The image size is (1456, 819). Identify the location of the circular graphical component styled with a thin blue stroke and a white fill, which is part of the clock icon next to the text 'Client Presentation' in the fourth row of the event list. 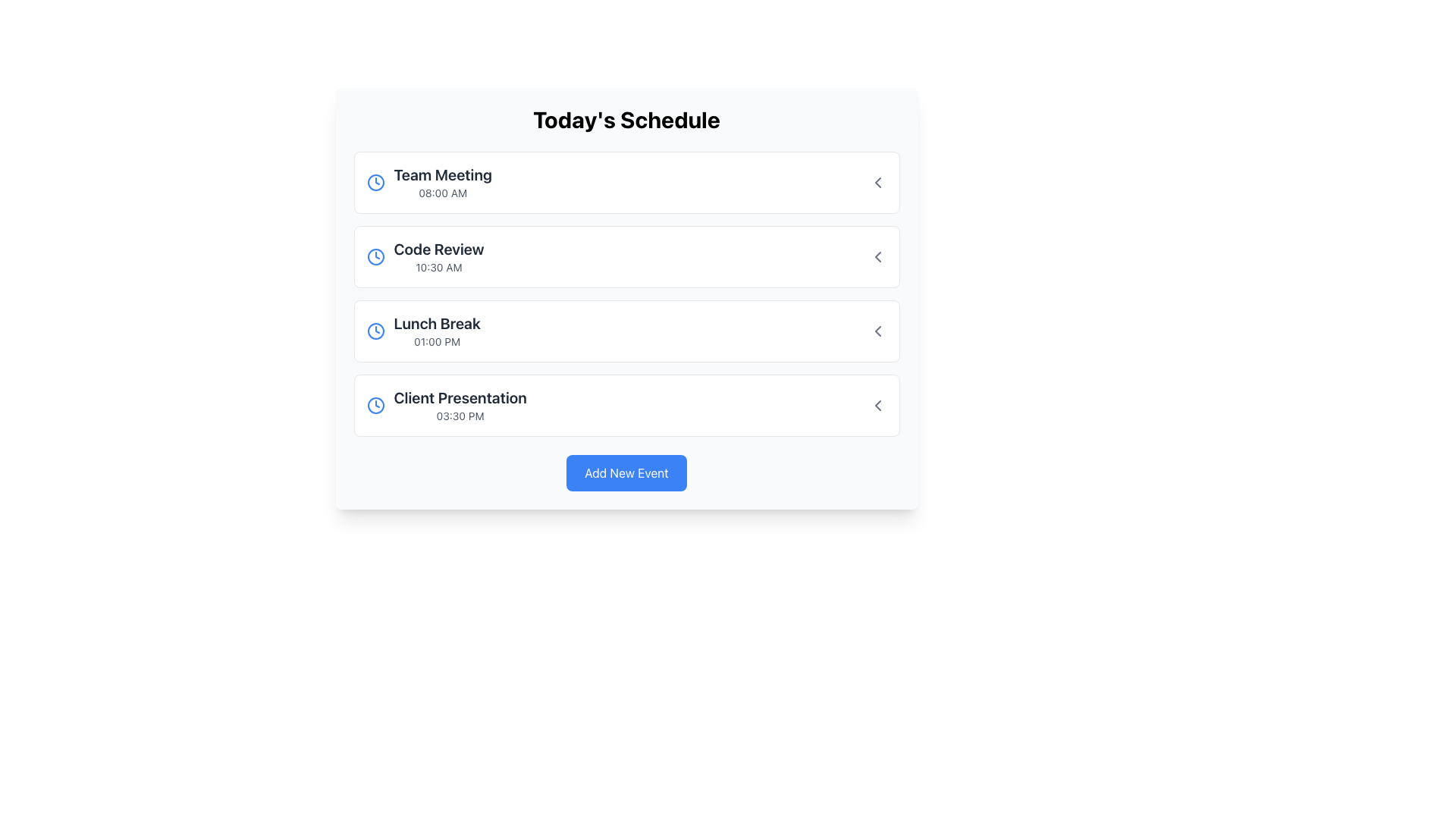
(375, 405).